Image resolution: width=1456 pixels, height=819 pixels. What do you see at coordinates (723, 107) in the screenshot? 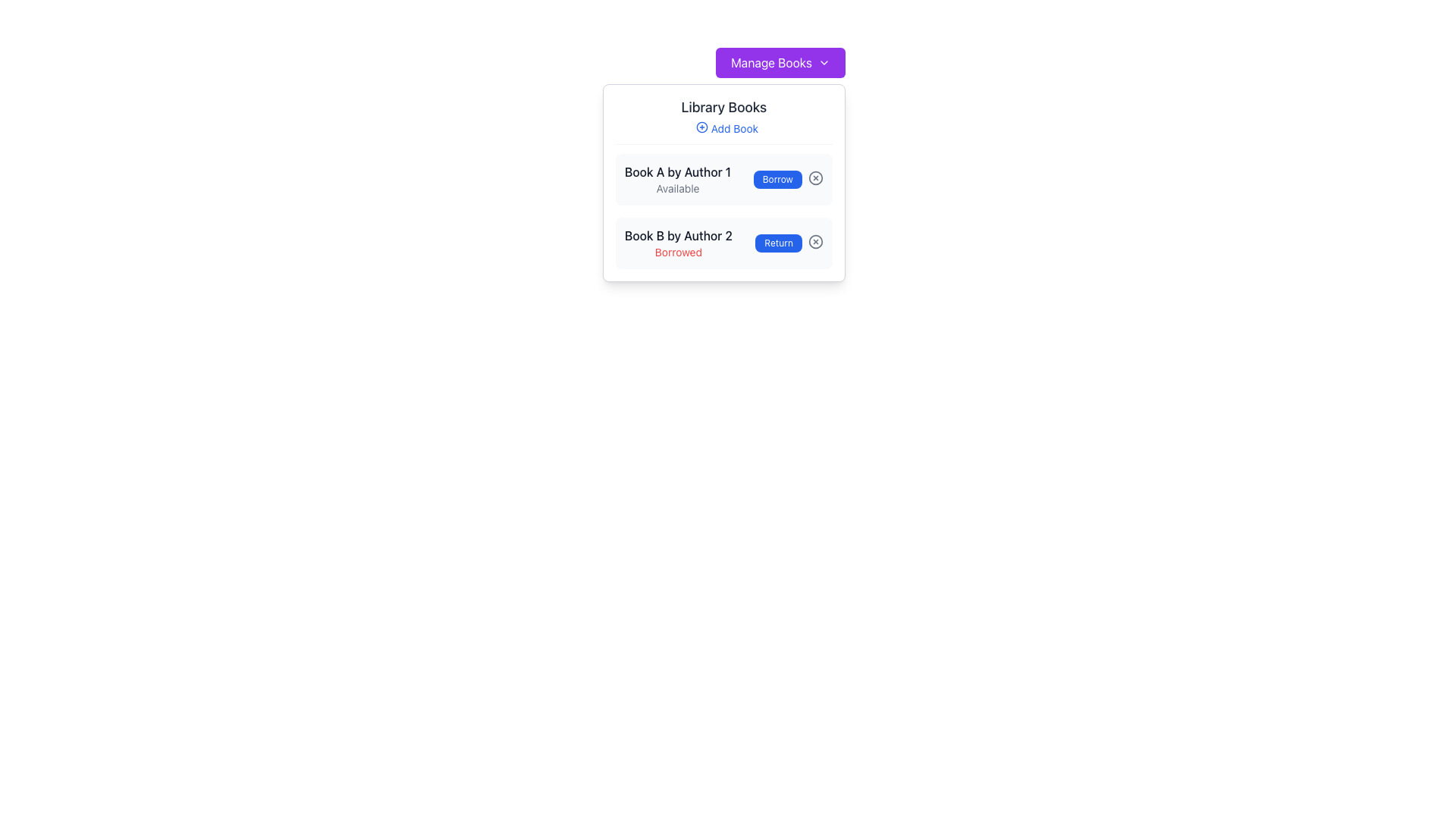
I see `the Header/Text Label located at the top of the 'Library Books Add Book' section, which serves as the title for that section` at bounding box center [723, 107].